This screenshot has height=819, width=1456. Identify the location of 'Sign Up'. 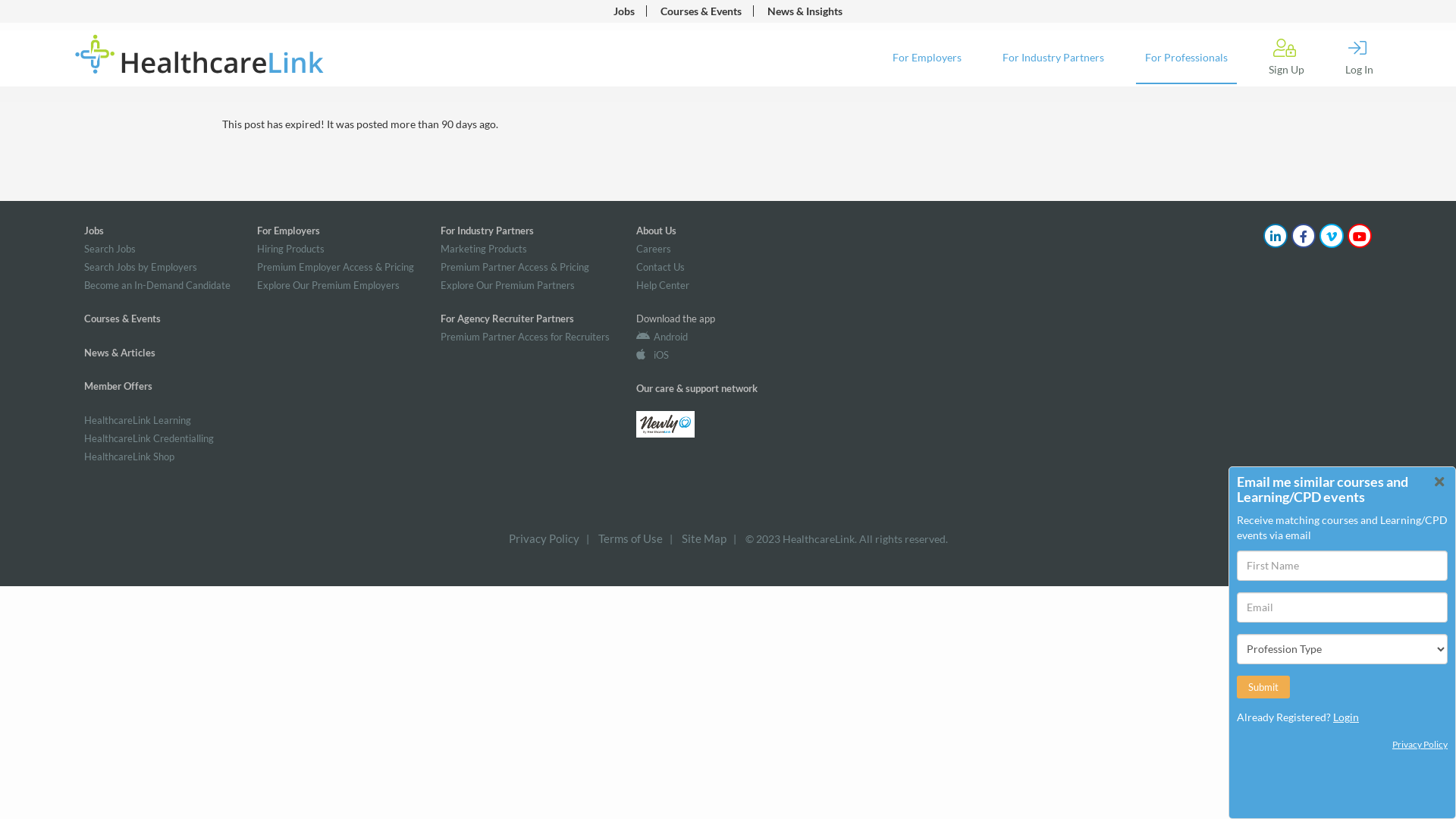
(1285, 57).